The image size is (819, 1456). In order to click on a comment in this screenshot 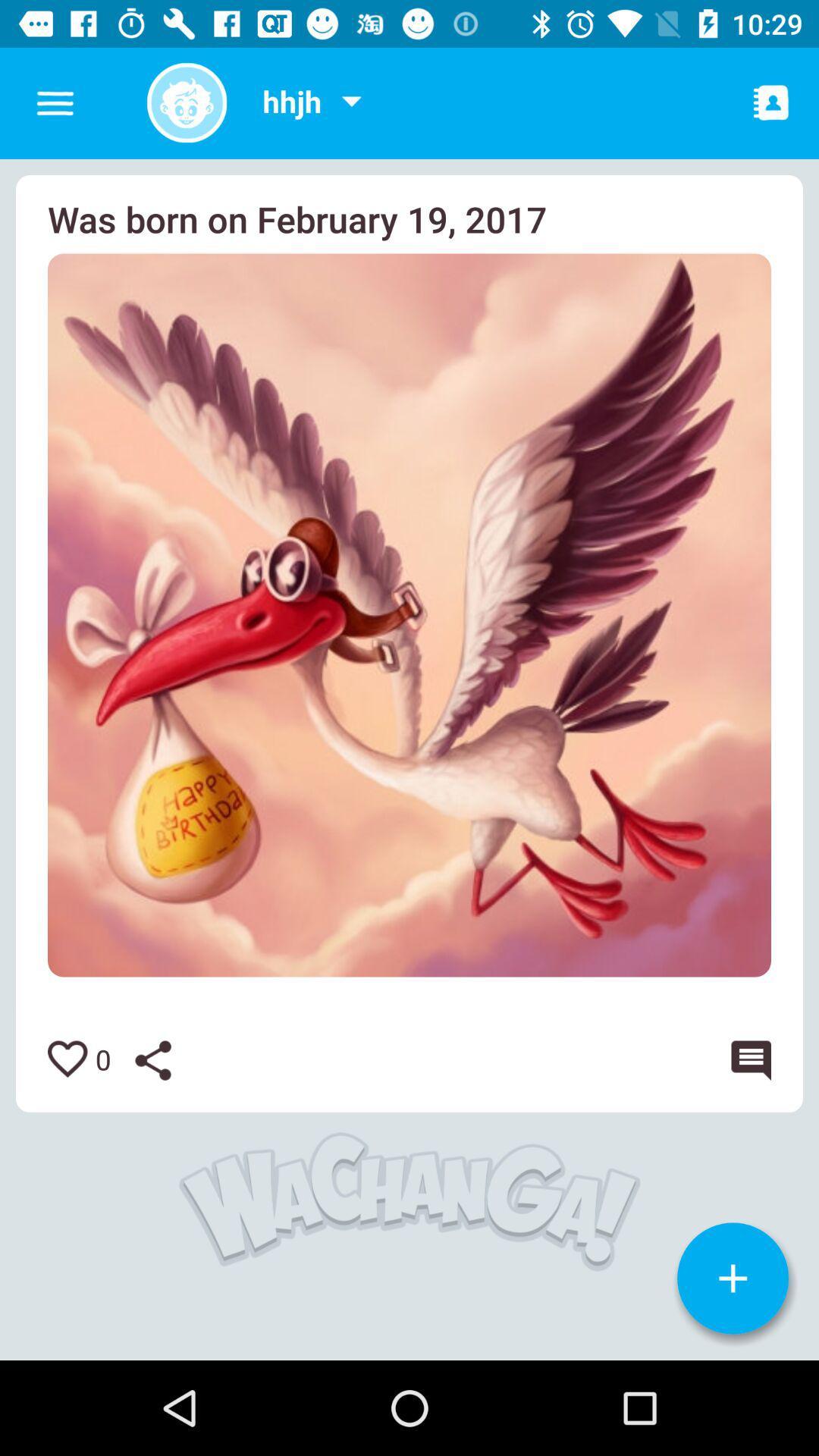, I will do `click(746, 1059)`.